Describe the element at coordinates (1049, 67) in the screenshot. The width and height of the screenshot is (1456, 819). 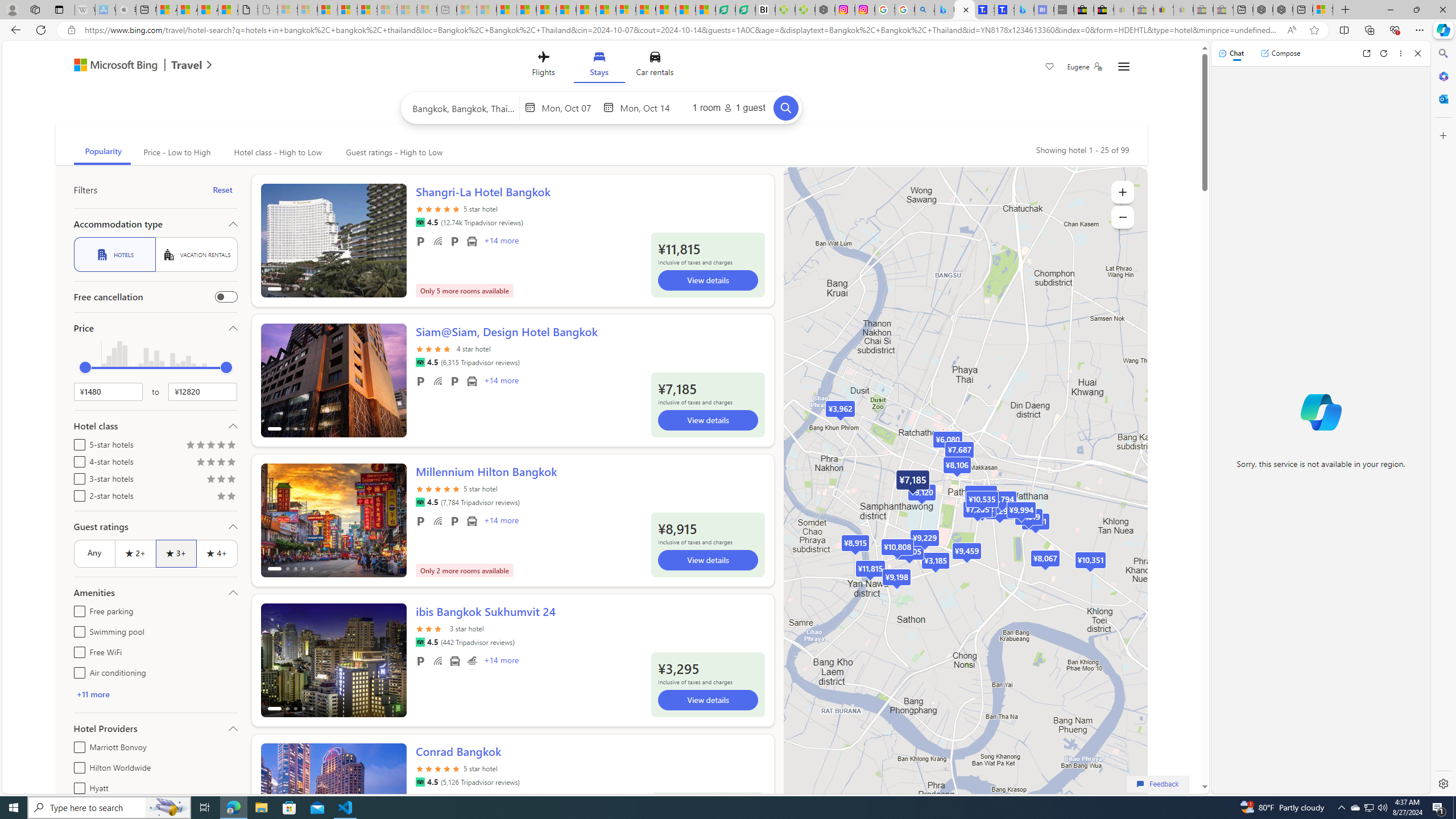
I see `'Save'` at that location.